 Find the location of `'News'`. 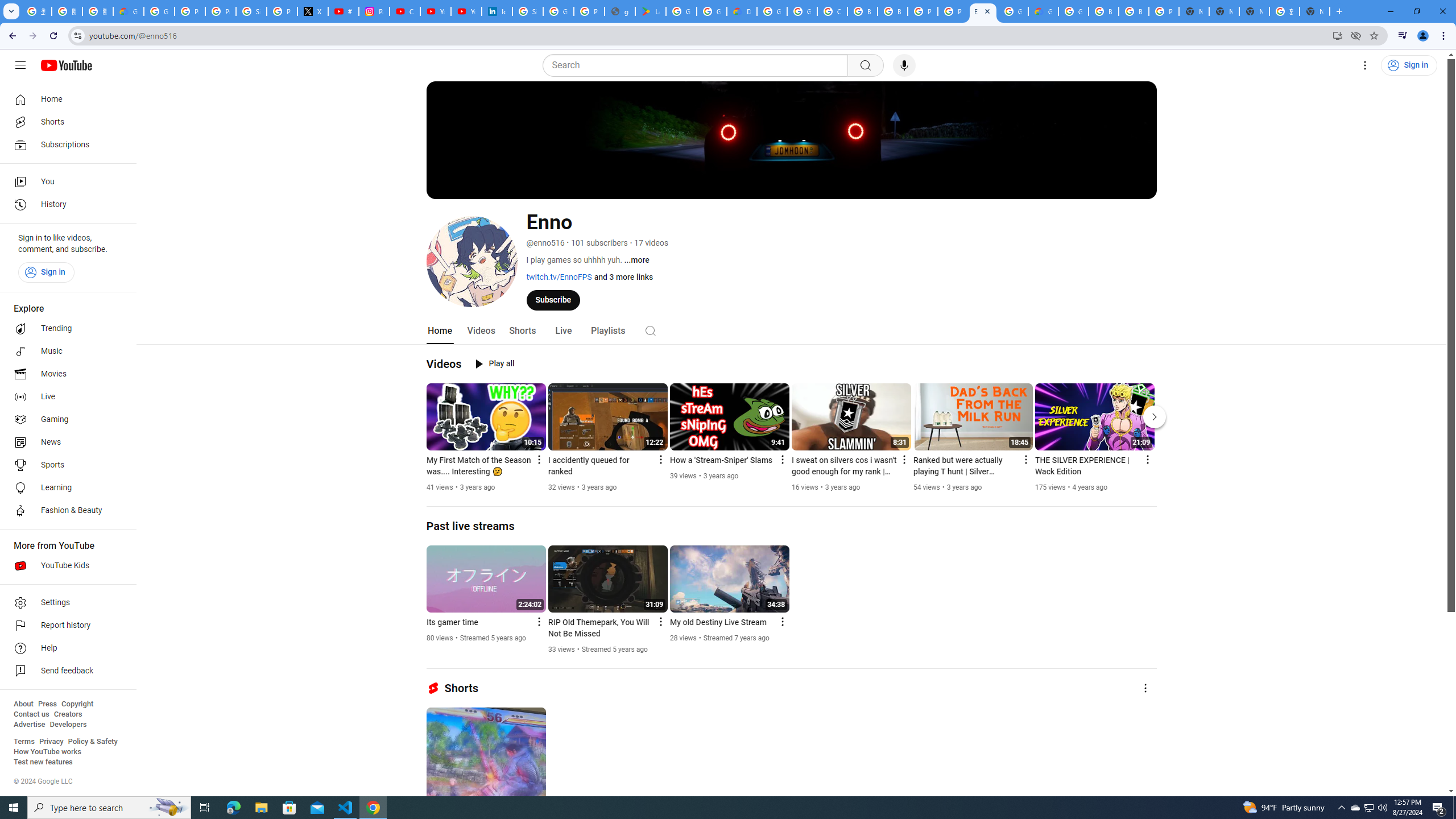

'News' is located at coordinates (64, 442).